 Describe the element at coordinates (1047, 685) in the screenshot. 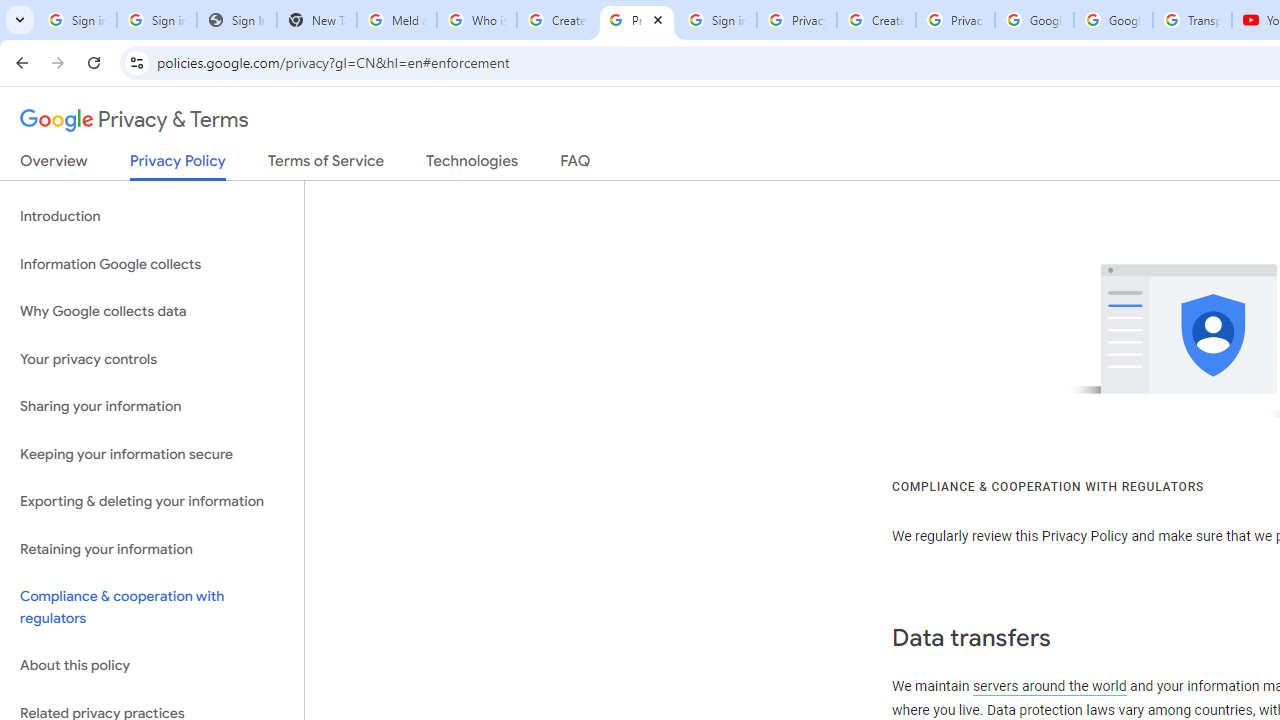

I see `'servers around the world'` at that location.